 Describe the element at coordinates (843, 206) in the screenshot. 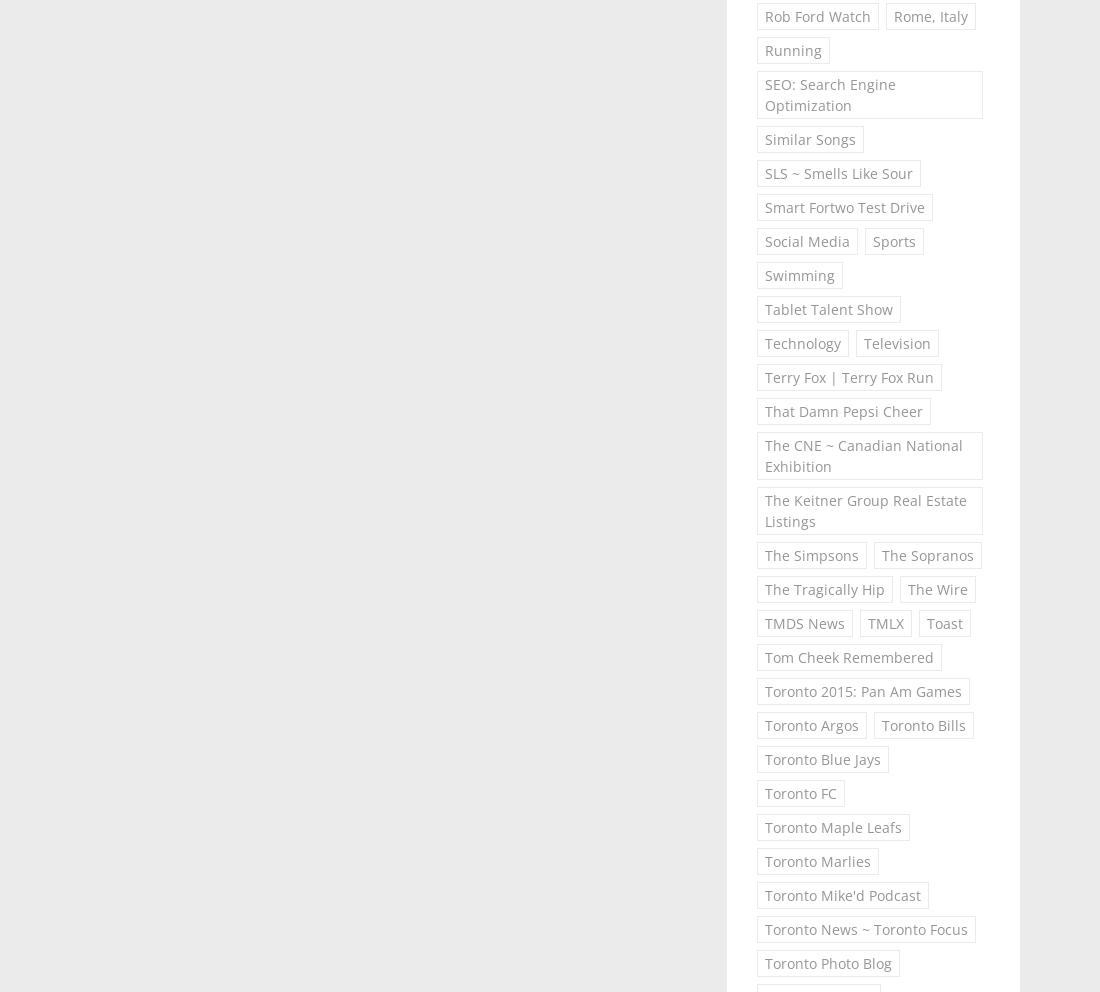

I see `'Smart Fortwo Test Drive'` at that location.